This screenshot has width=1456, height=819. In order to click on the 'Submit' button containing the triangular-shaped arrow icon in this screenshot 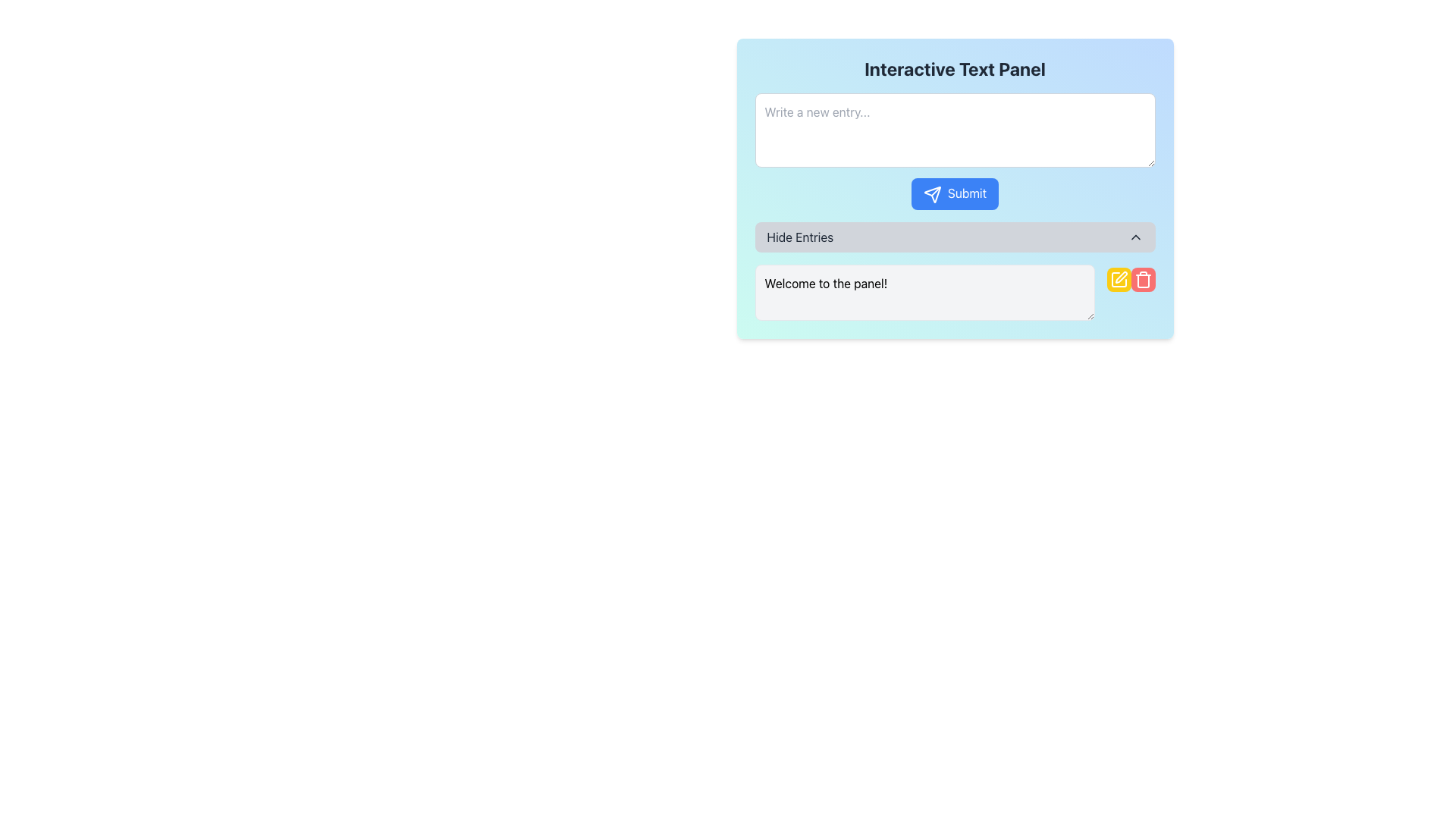, I will do `click(931, 193)`.